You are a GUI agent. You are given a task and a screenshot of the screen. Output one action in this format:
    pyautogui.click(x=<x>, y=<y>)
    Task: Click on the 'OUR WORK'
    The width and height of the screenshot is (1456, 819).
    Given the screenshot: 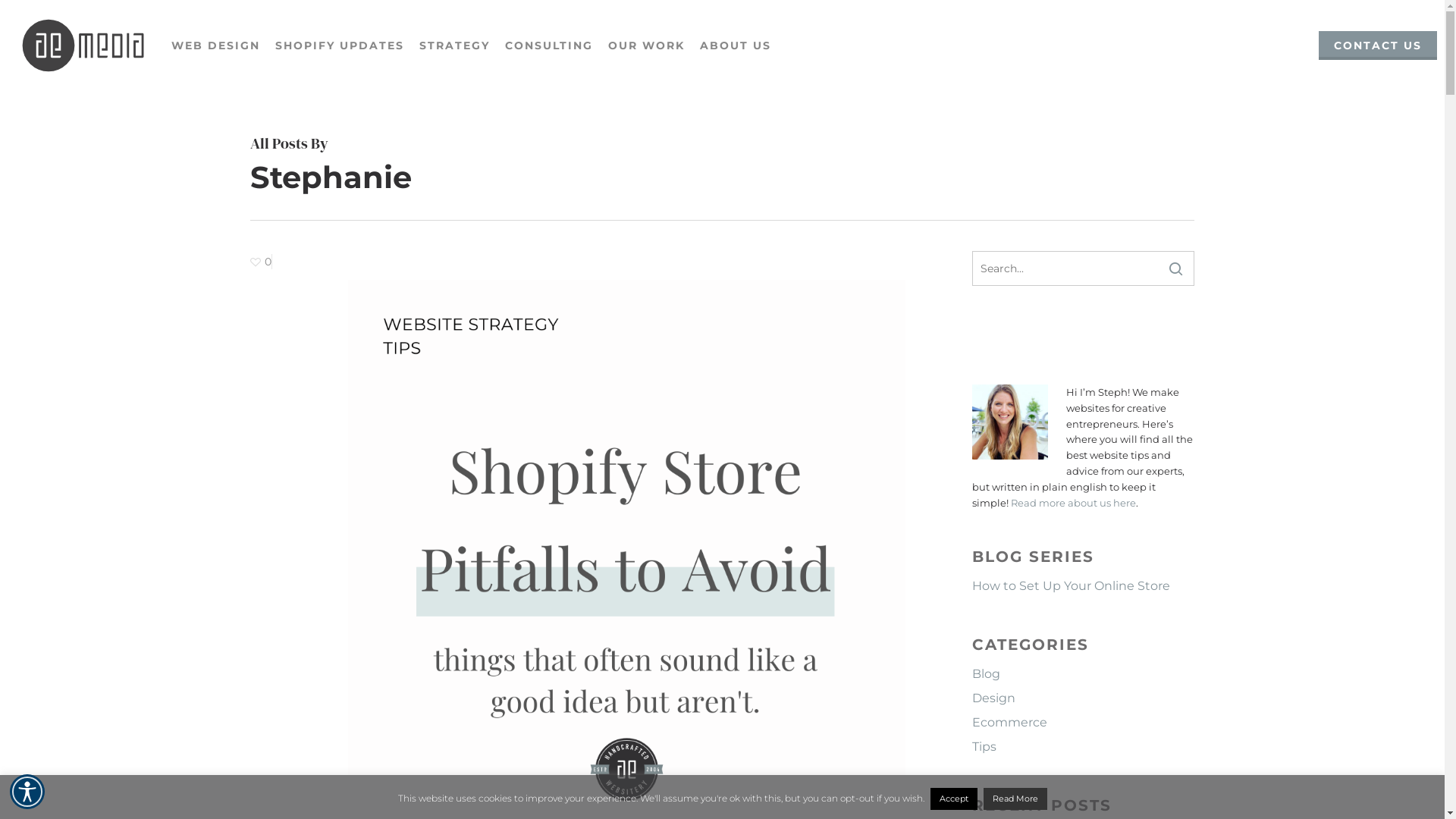 What is the action you would take?
    pyautogui.click(x=646, y=45)
    